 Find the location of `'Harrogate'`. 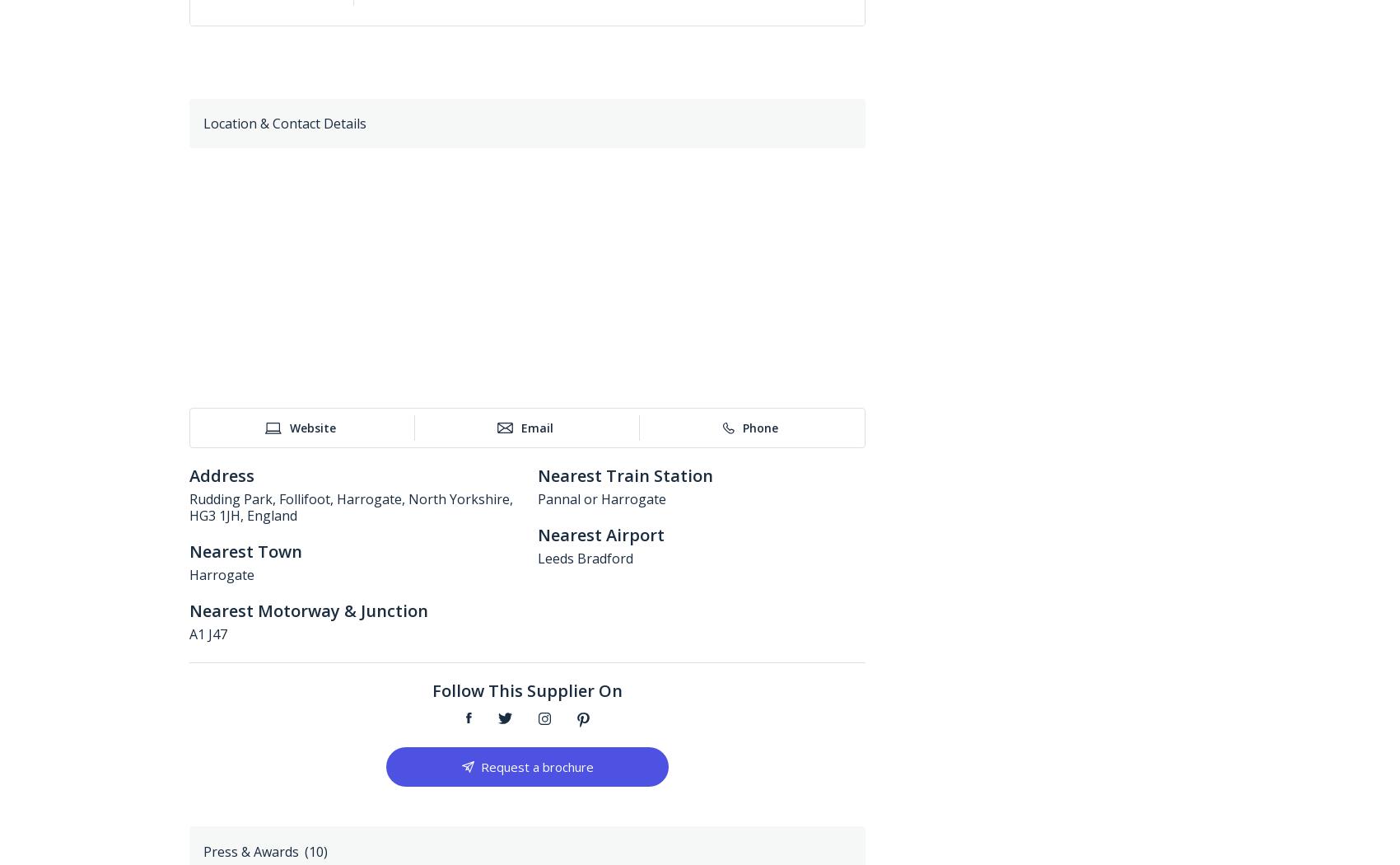

'Harrogate' is located at coordinates (222, 575).